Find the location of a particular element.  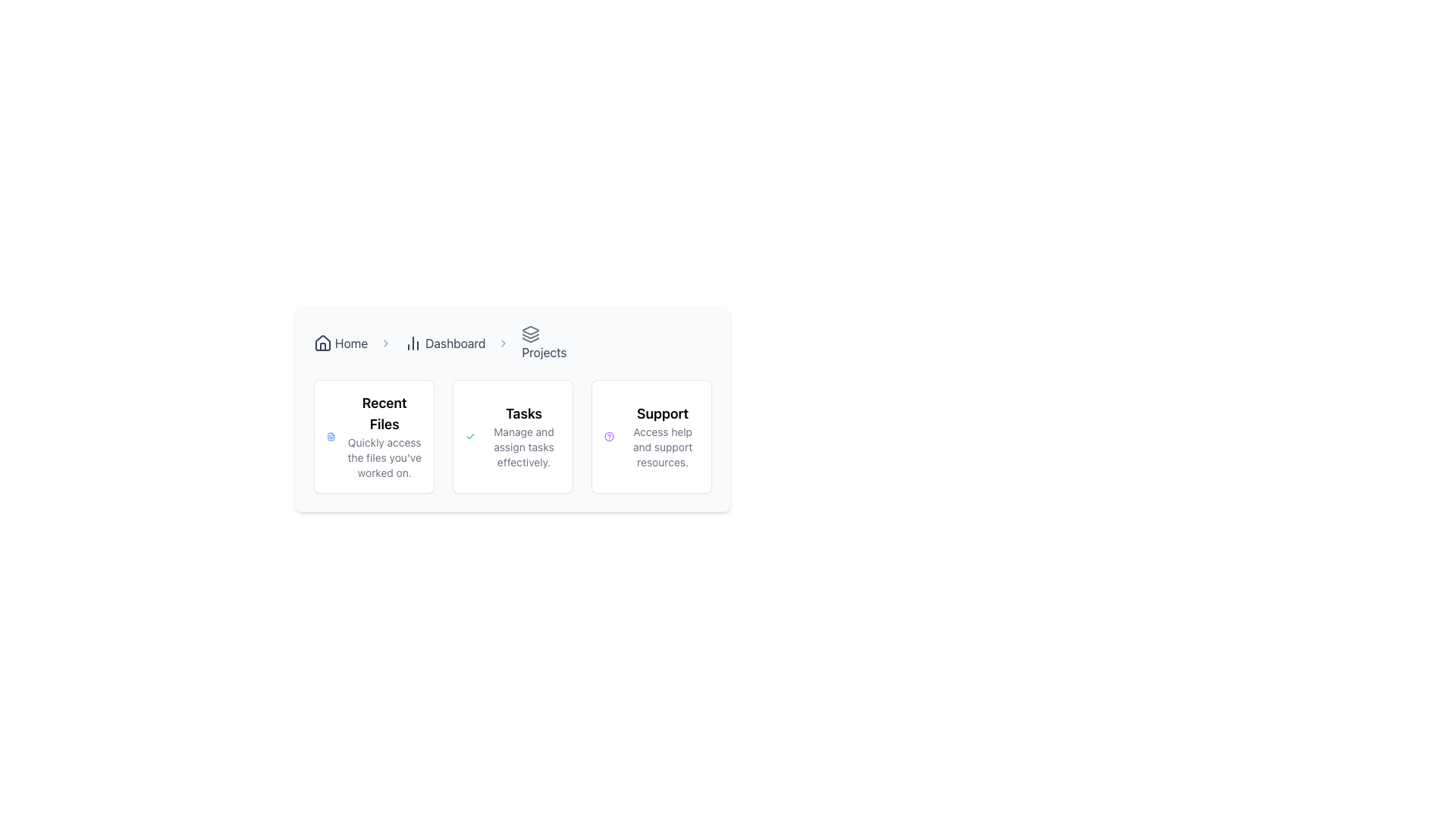

the file access icon located within the 'Recent Files' card beneath the breadcrumb navigation is located at coordinates (330, 436).